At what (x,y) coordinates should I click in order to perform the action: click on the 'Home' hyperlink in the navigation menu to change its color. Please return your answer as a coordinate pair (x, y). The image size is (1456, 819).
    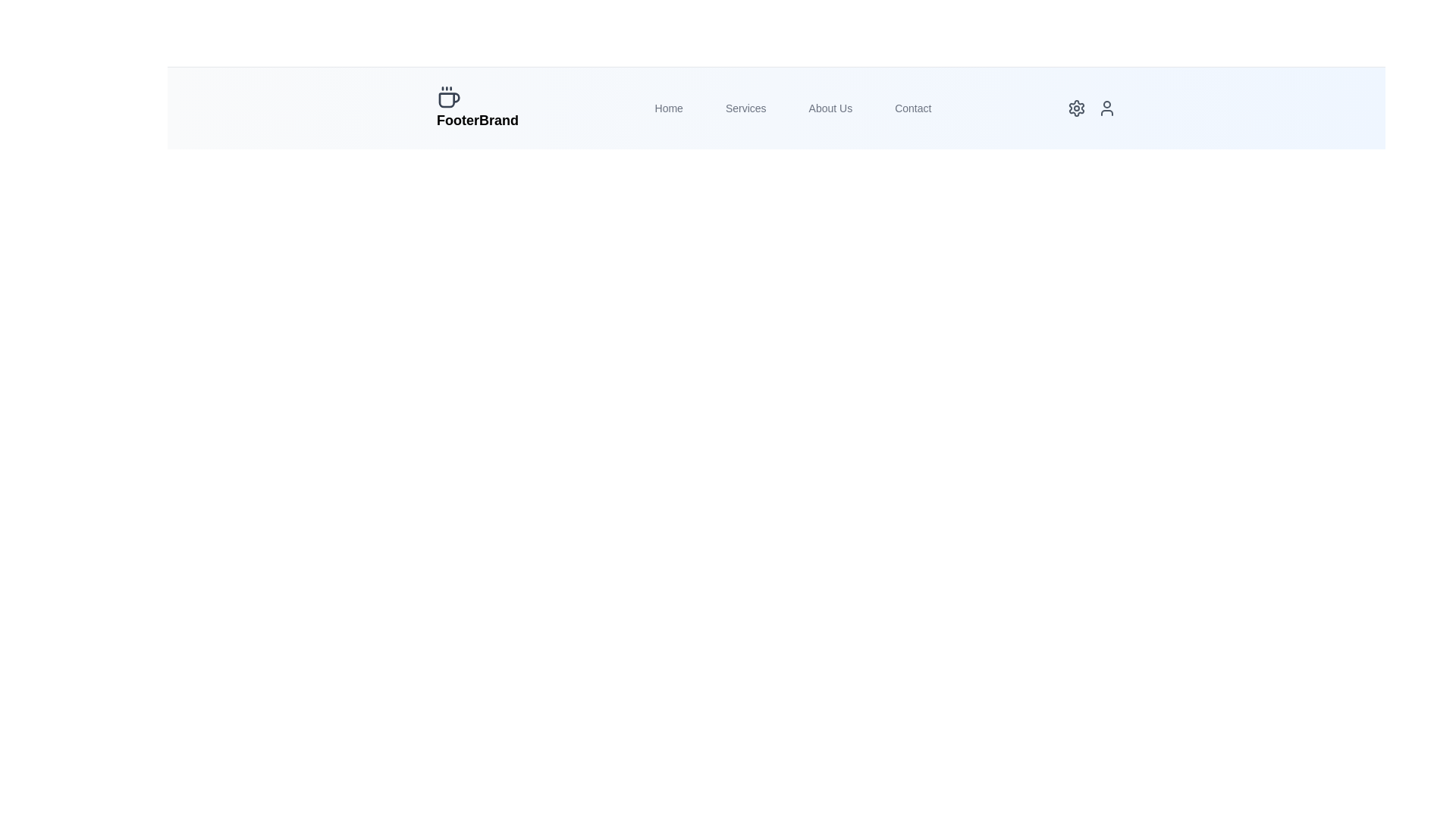
    Looking at the image, I should click on (668, 107).